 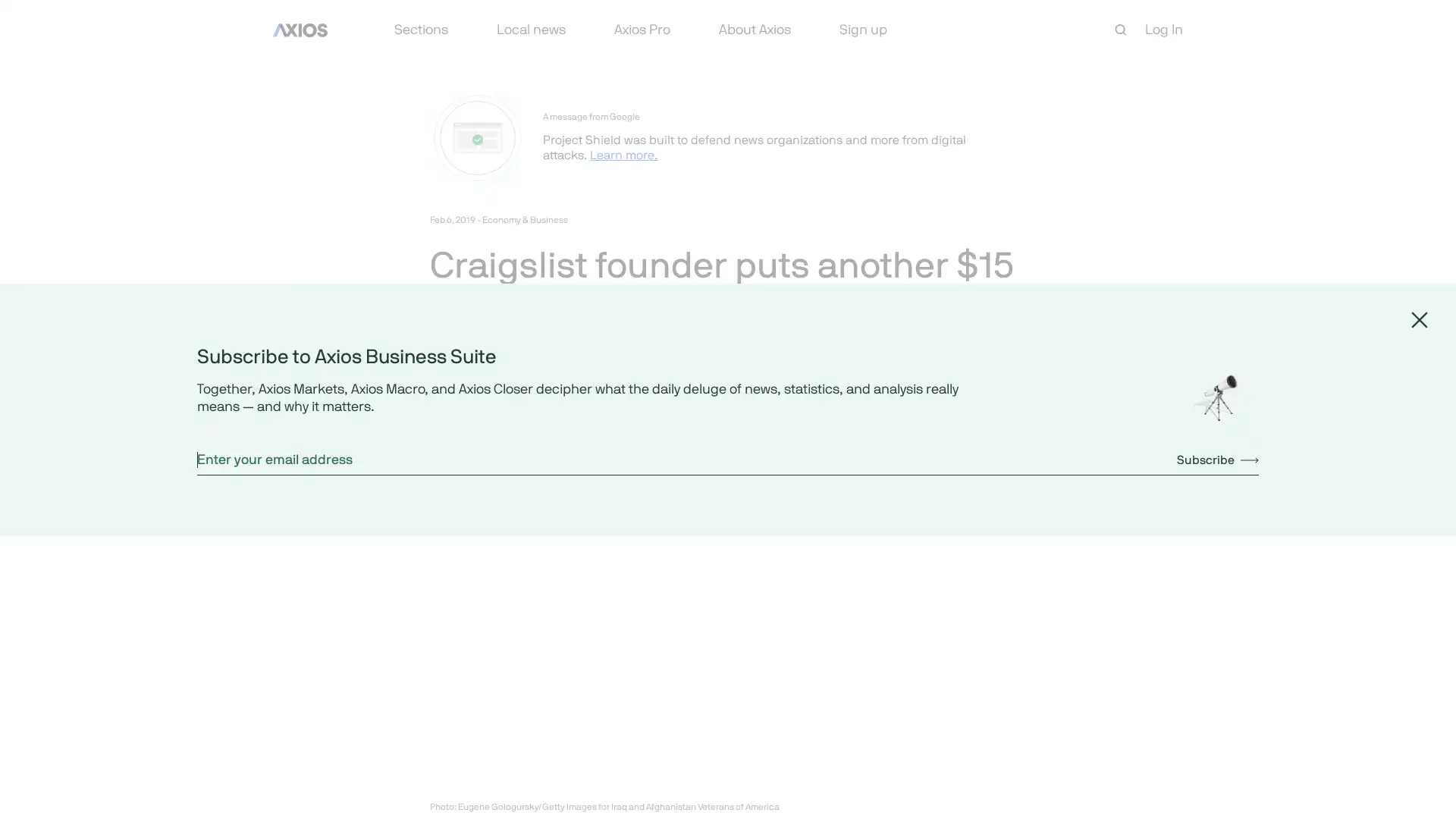 I want to click on facebook, so click(x=440, y=412).